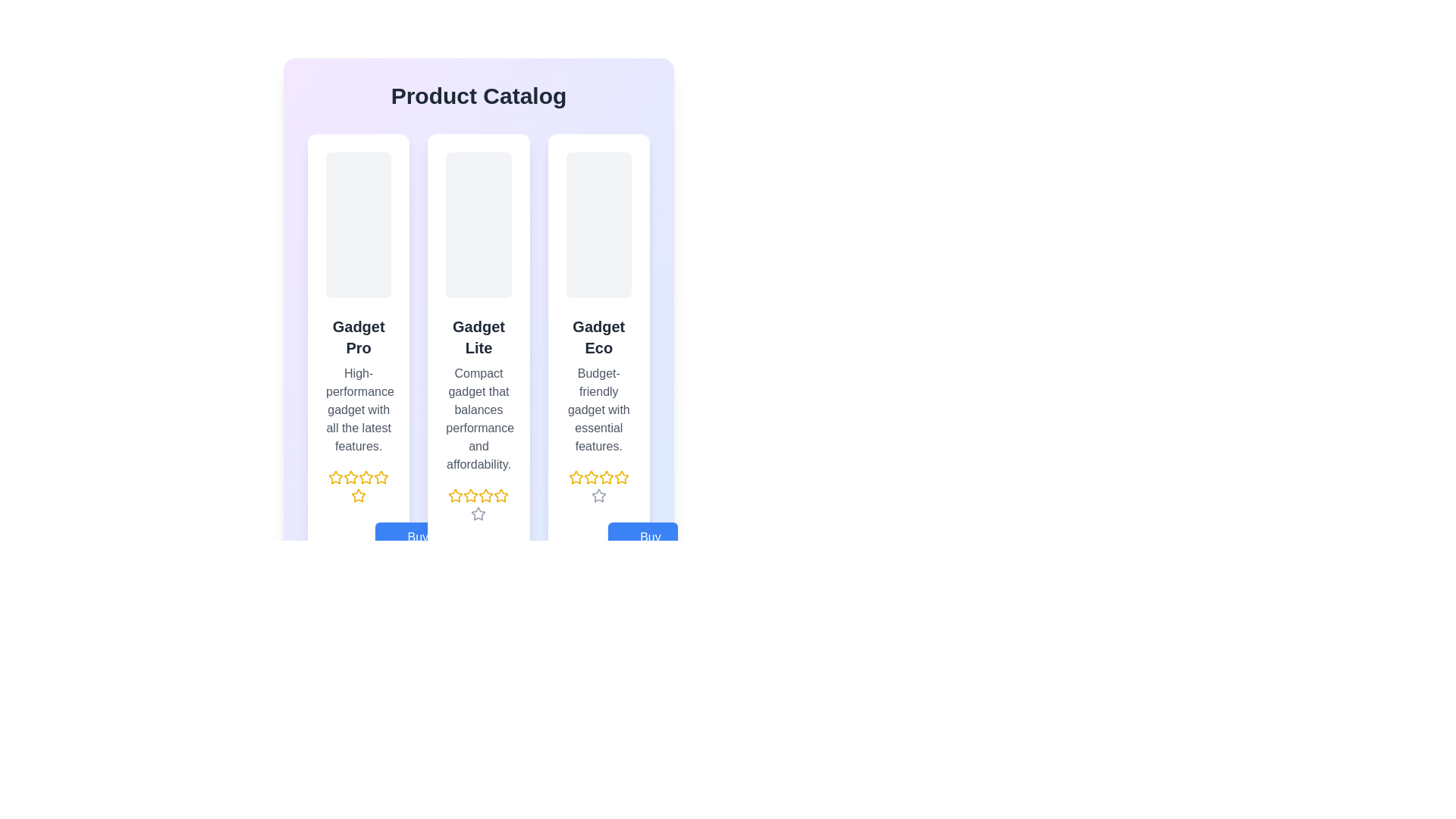  I want to click on the 'Buy Now' button located at the bottom center of the 'Gadget Pro' product card to initiate a purchase, so click(358, 547).